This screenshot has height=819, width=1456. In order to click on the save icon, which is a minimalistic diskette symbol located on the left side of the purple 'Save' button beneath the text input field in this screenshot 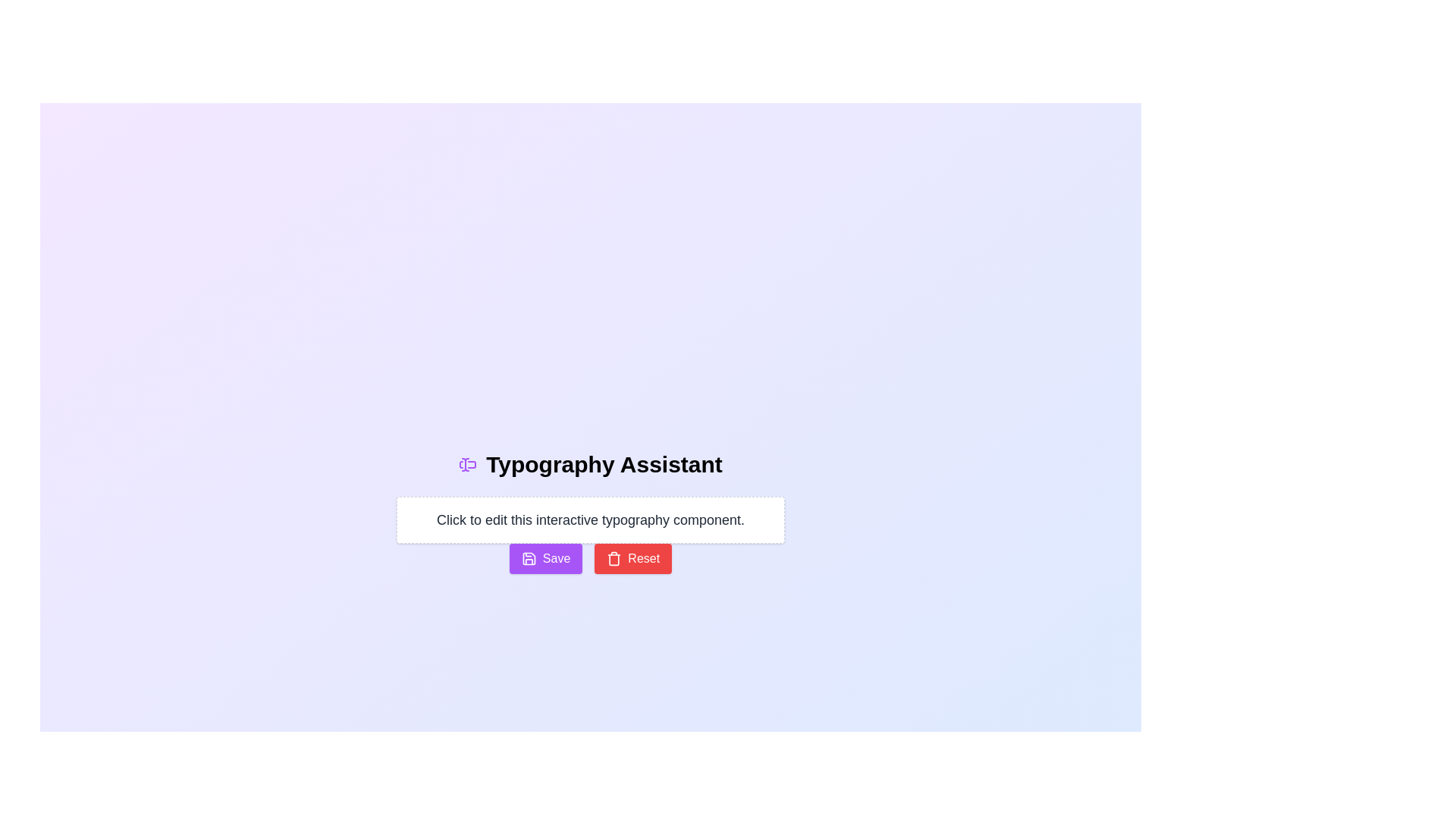, I will do `click(529, 558)`.